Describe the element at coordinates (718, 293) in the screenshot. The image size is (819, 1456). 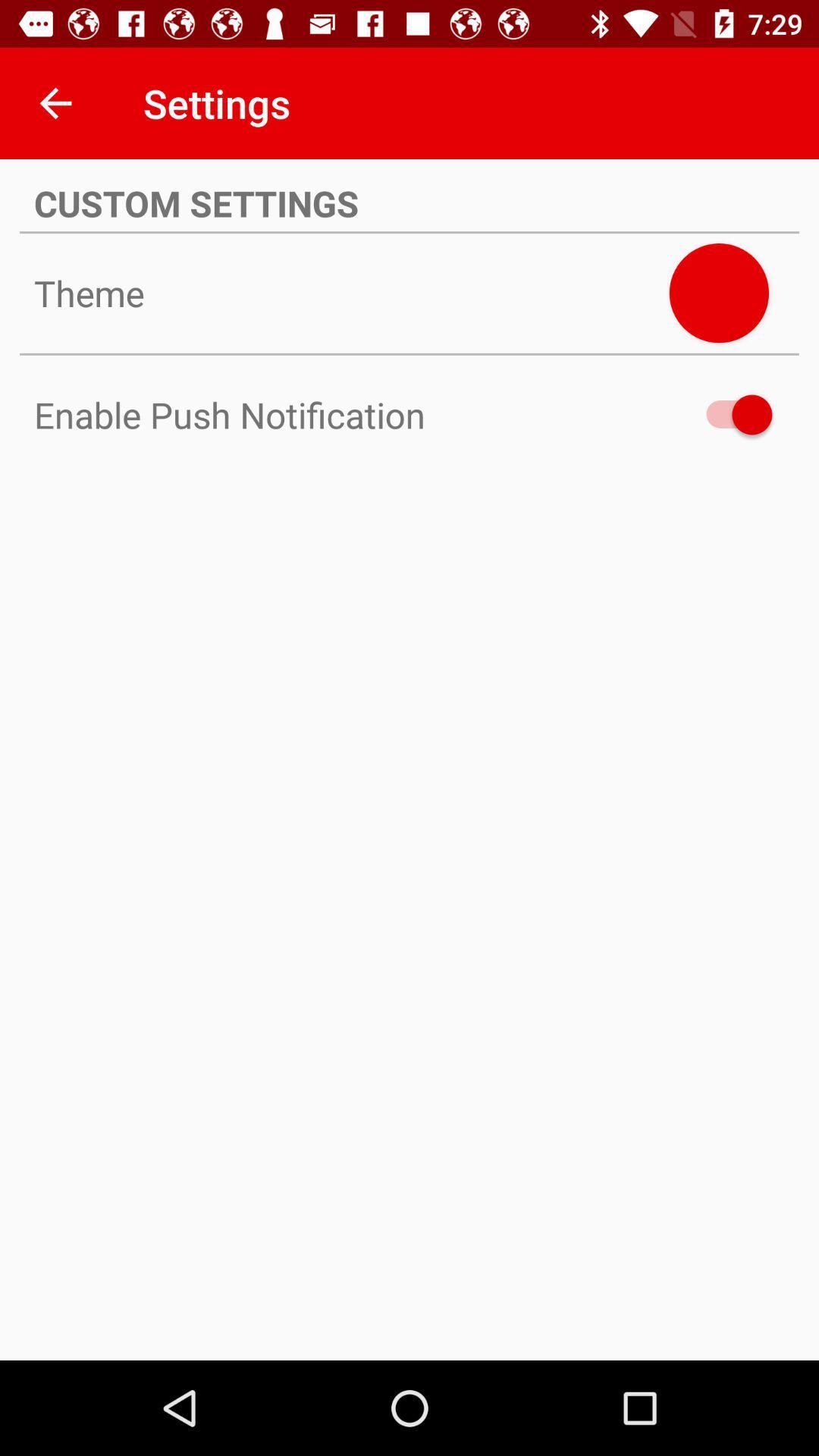
I see `change theme` at that location.